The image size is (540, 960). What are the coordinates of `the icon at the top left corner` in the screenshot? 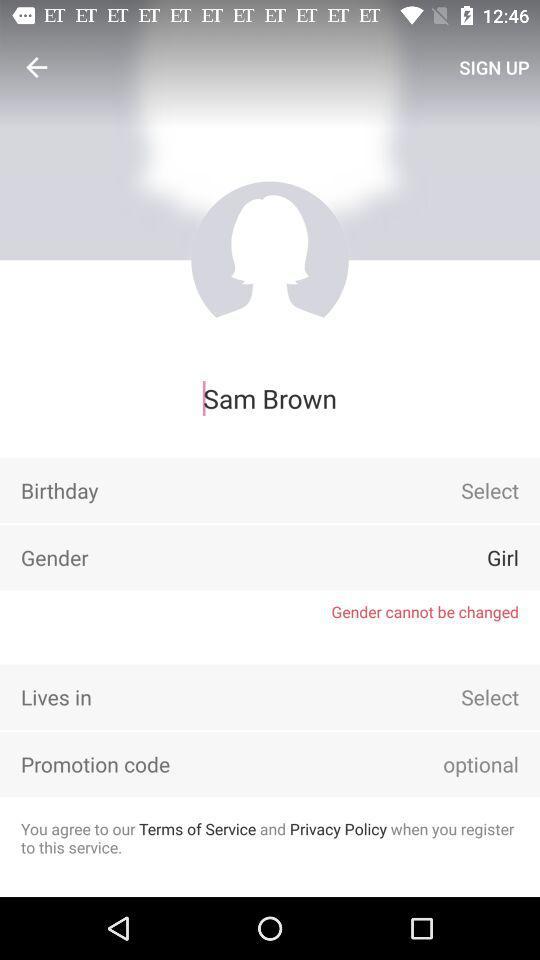 It's located at (36, 67).